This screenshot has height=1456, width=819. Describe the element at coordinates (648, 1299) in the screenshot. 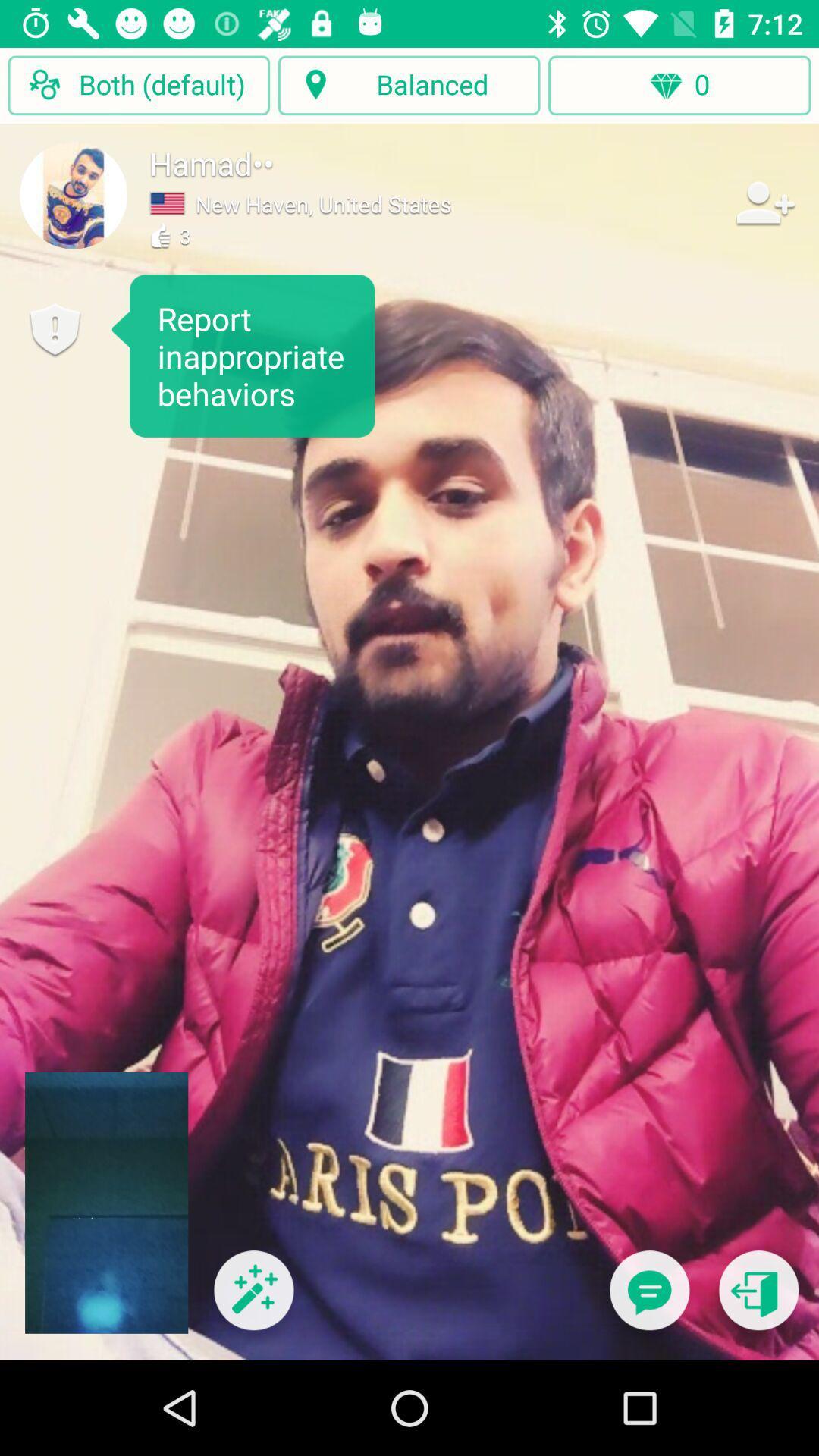

I see `the chat icon` at that location.